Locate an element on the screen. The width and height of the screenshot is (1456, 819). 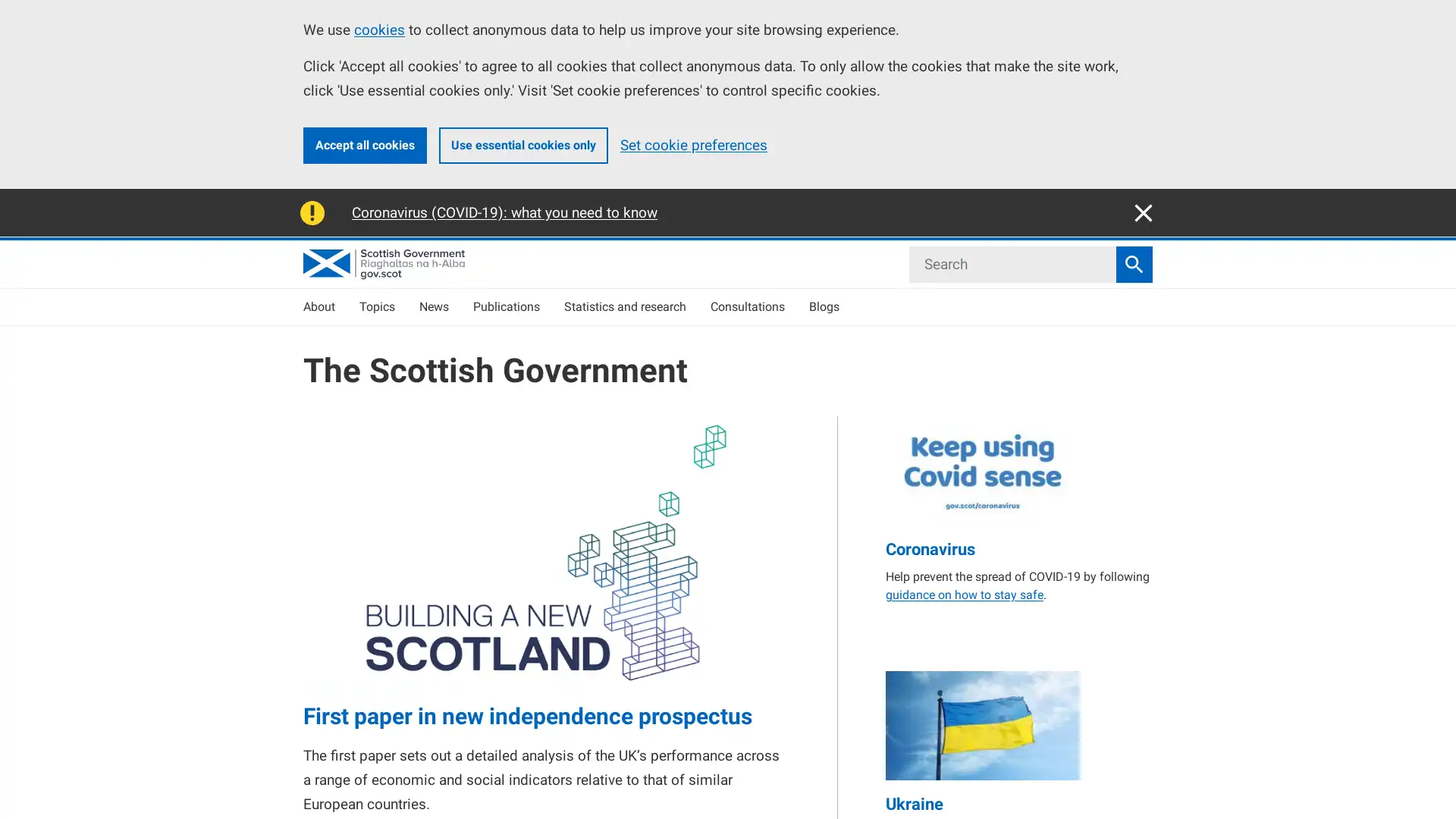
Search gov.scot is located at coordinates (1134, 262).